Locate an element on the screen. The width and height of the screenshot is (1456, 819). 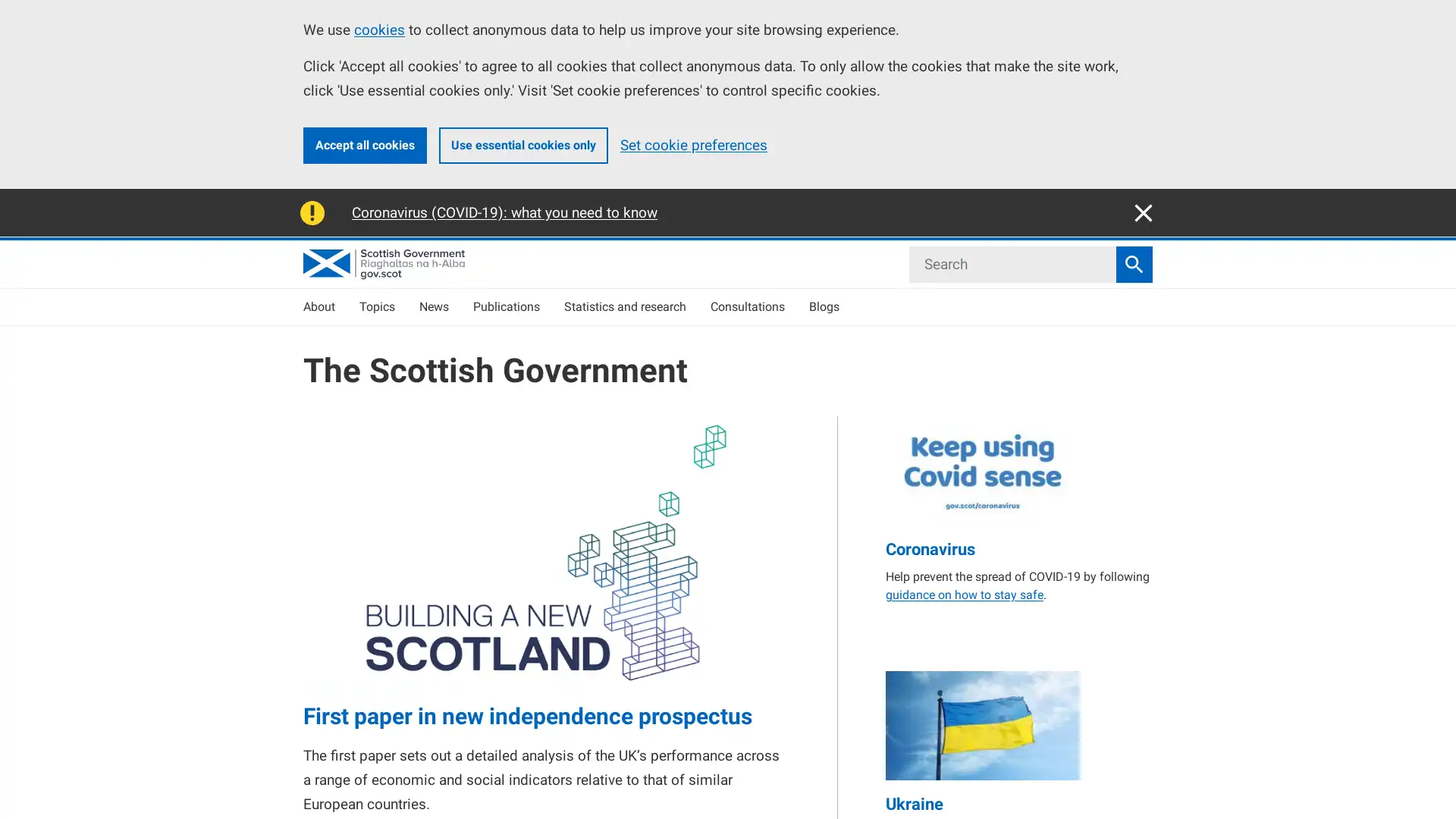
Search gov.scot is located at coordinates (1134, 262).